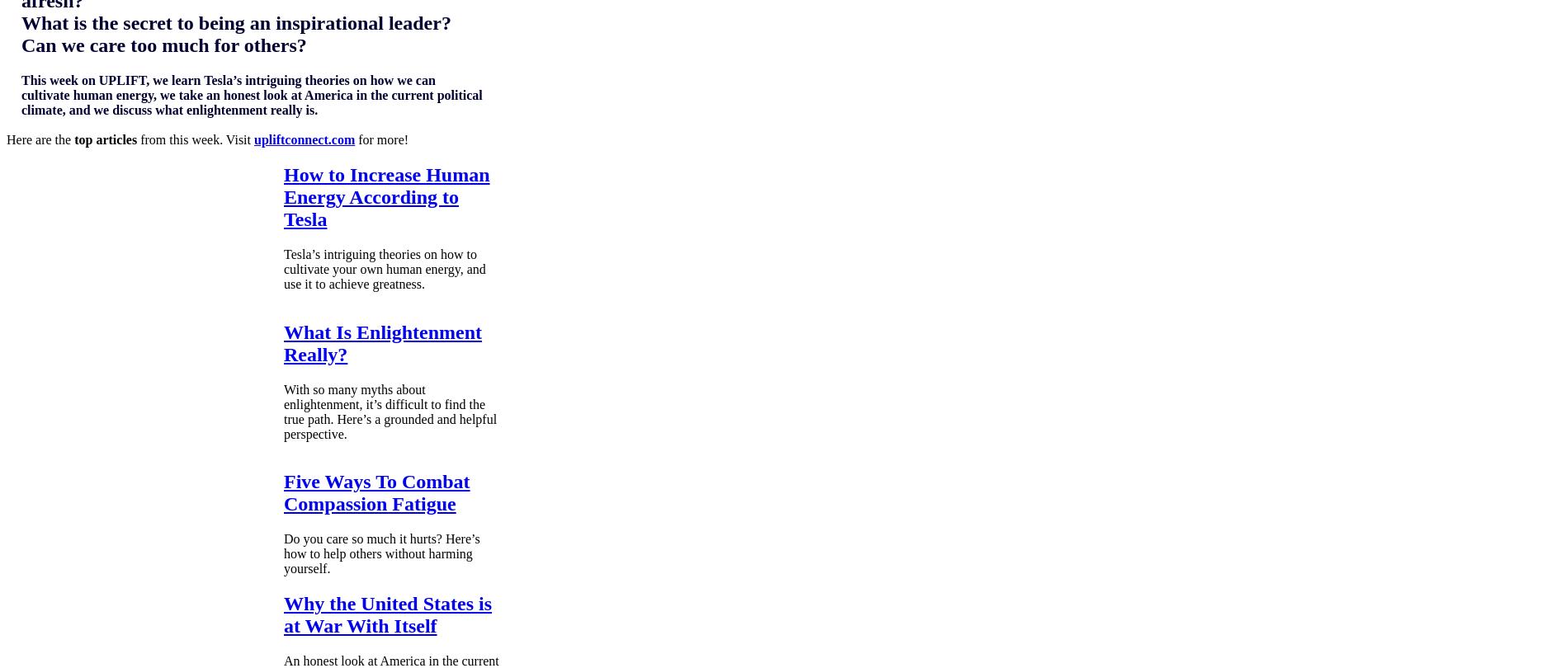 The height and width of the screenshot is (668, 1568). What do you see at coordinates (387, 614) in the screenshot?
I see `'Why the United States is at War With Itself'` at bounding box center [387, 614].